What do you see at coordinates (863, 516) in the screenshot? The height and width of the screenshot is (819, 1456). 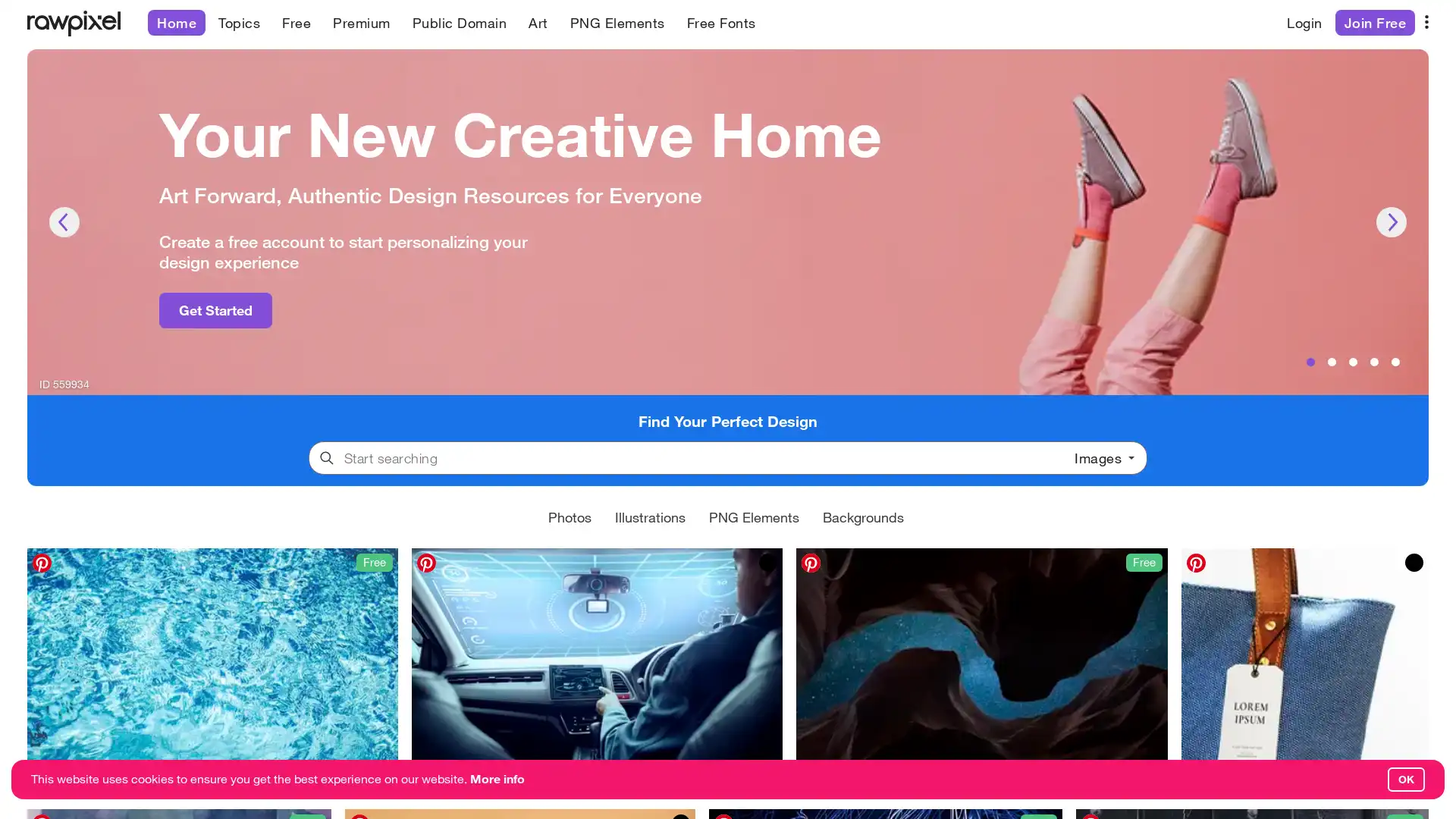 I see `Backgrounds` at bounding box center [863, 516].